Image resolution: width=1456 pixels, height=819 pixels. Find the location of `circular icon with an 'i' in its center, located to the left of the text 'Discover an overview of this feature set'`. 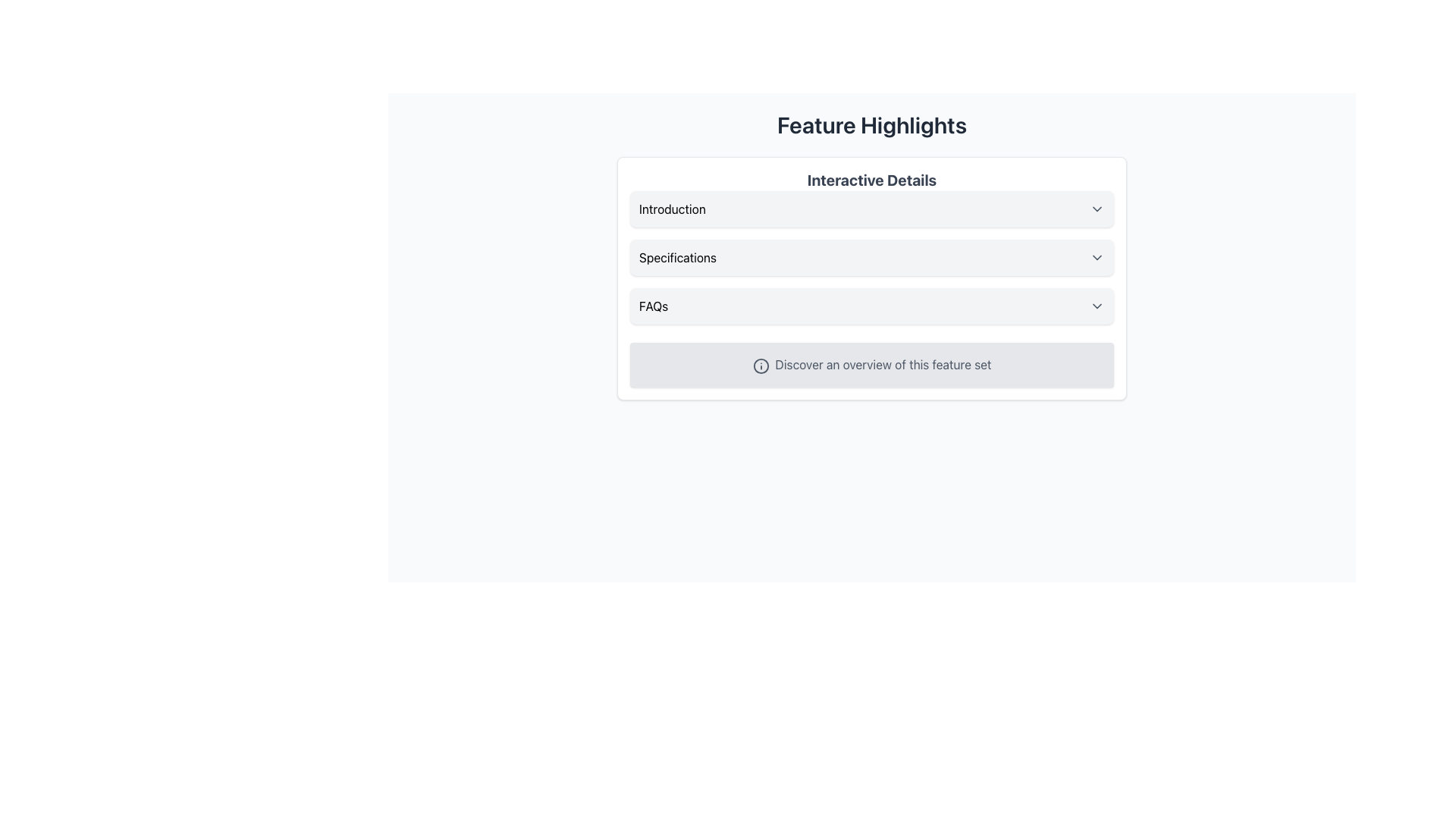

circular icon with an 'i' in its center, located to the left of the text 'Discover an overview of this feature set' is located at coordinates (761, 366).